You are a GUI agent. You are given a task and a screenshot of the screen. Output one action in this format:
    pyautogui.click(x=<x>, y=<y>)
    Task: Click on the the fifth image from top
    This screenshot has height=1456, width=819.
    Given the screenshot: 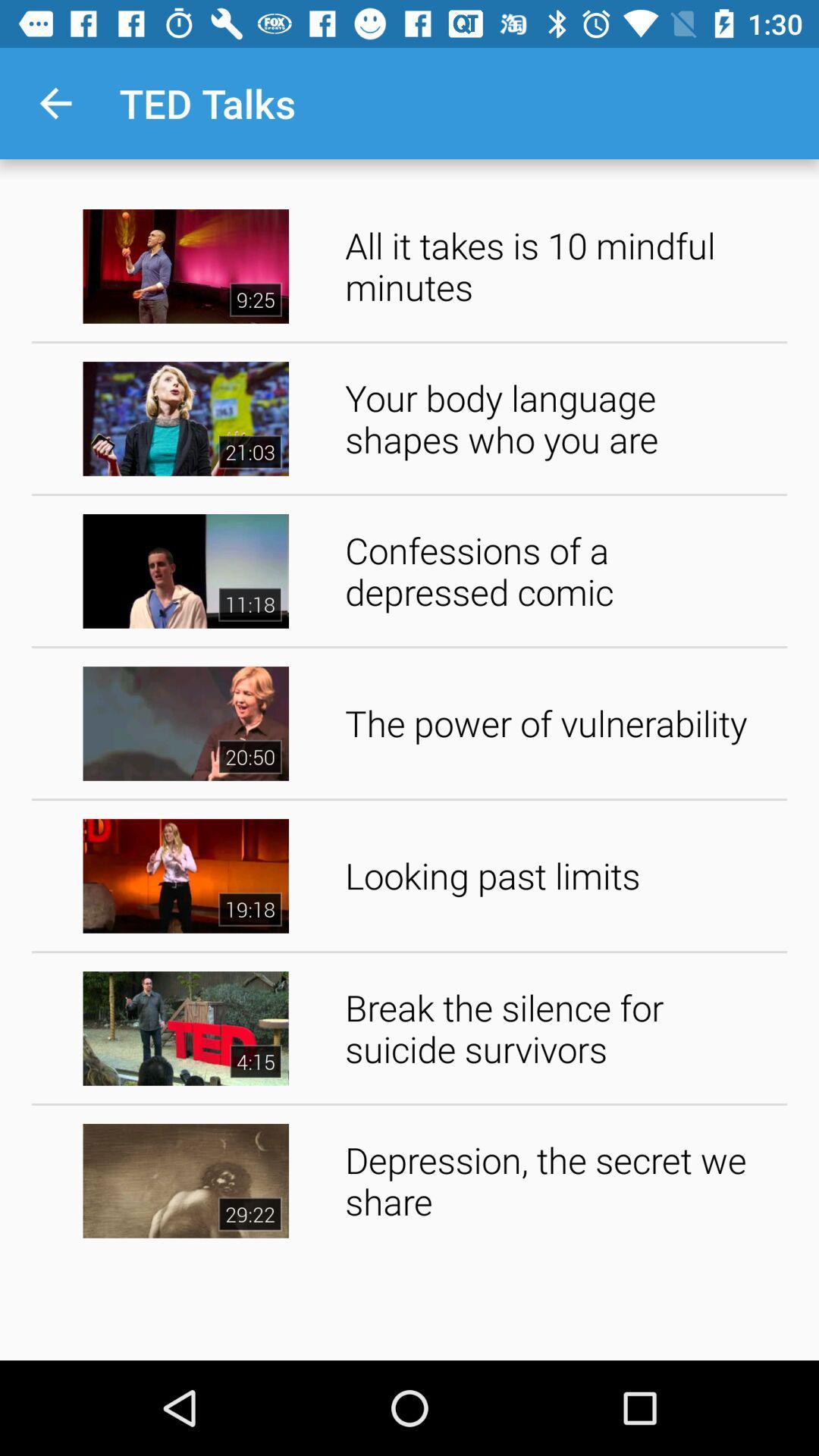 What is the action you would take?
    pyautogui.click(x=185, y=876)
    